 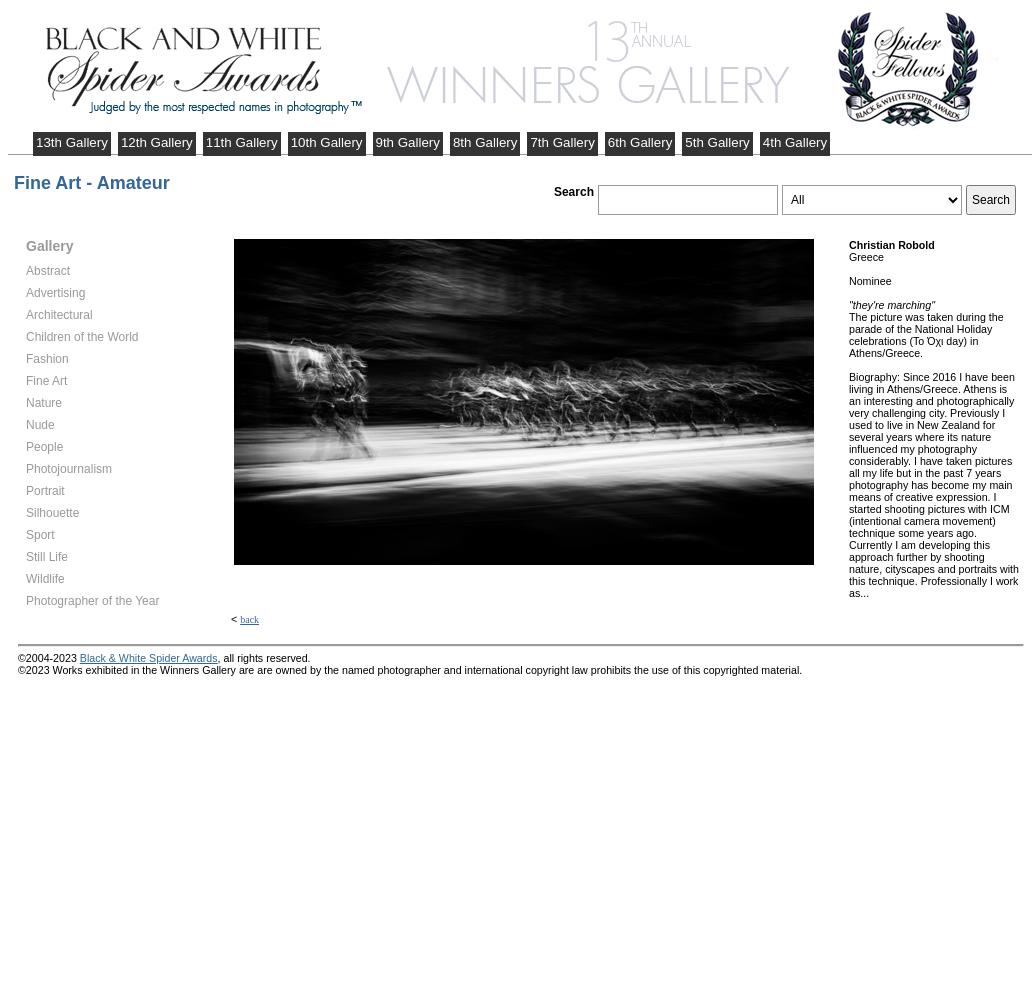 What do you see at coordinates (849, 244) in the screenshot?
I see `'Christian Robold'` at bounding box center [849, 244].